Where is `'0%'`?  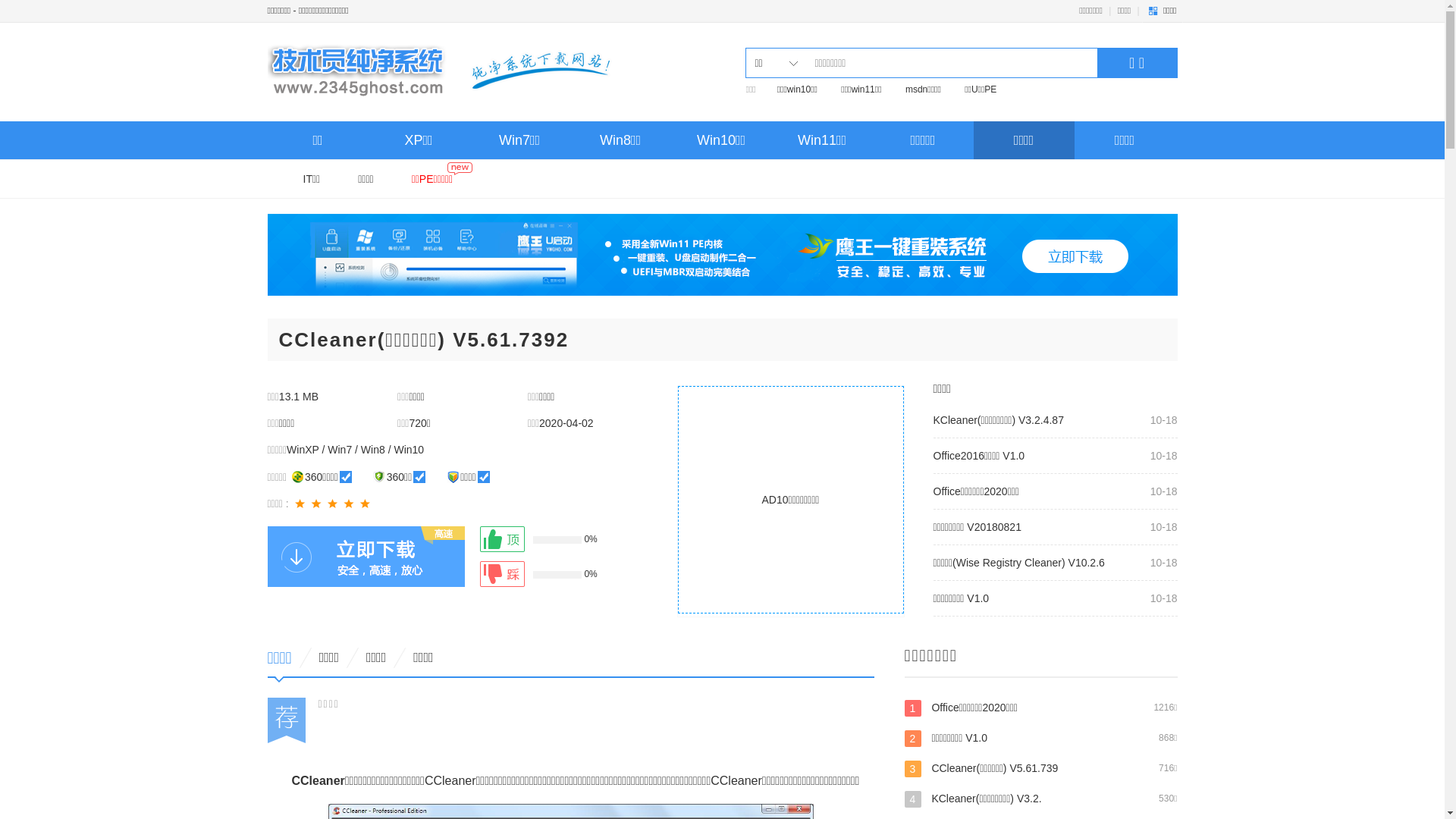 '0%' is located at coordinates (479, 538).